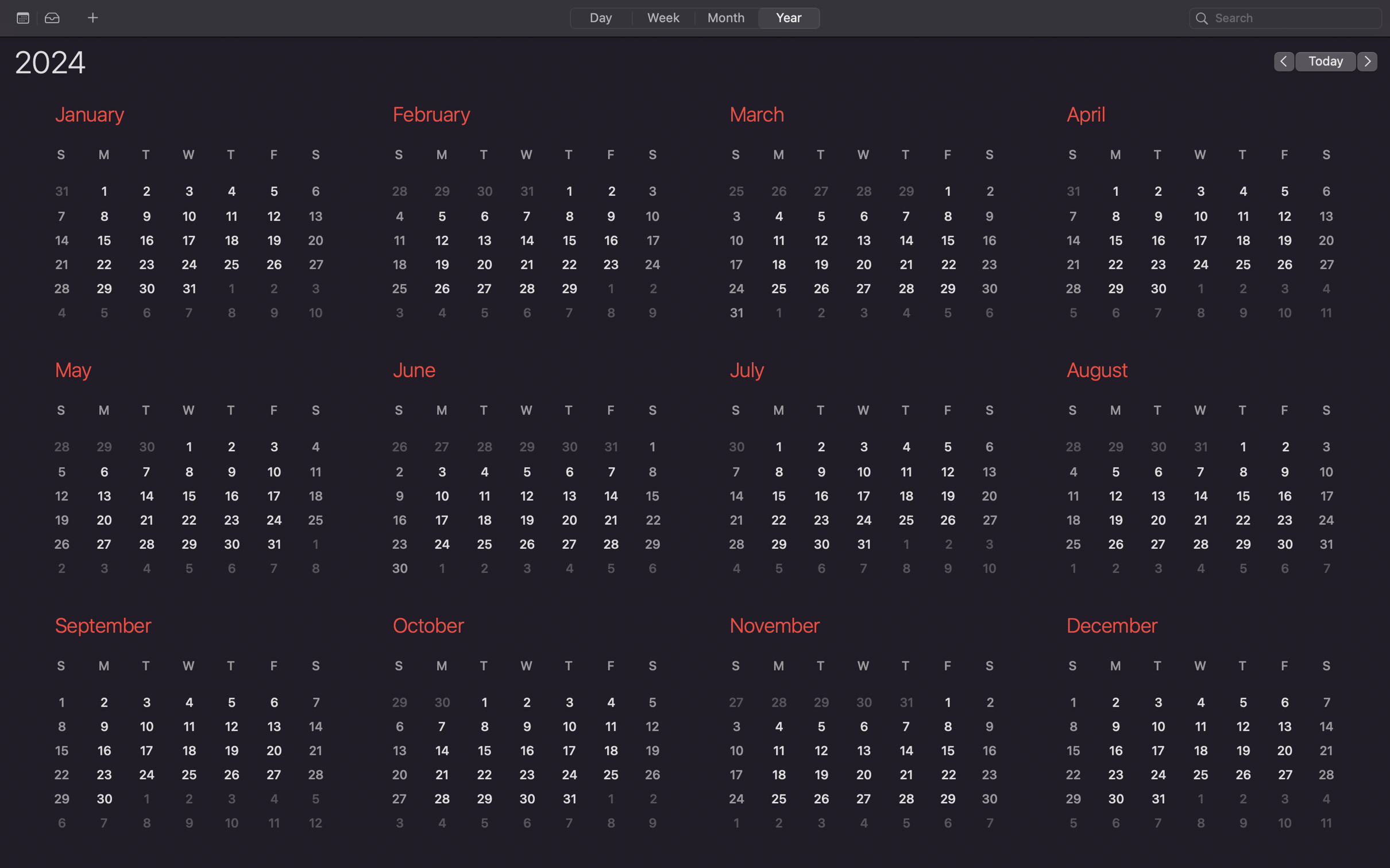 Image resolution: width=1390 pixels, height=868 pixels. Describe the element at coordinates (856, 221) in the screenshot. I see `Expand the March dates on the calendar by clicking on it` at that location.